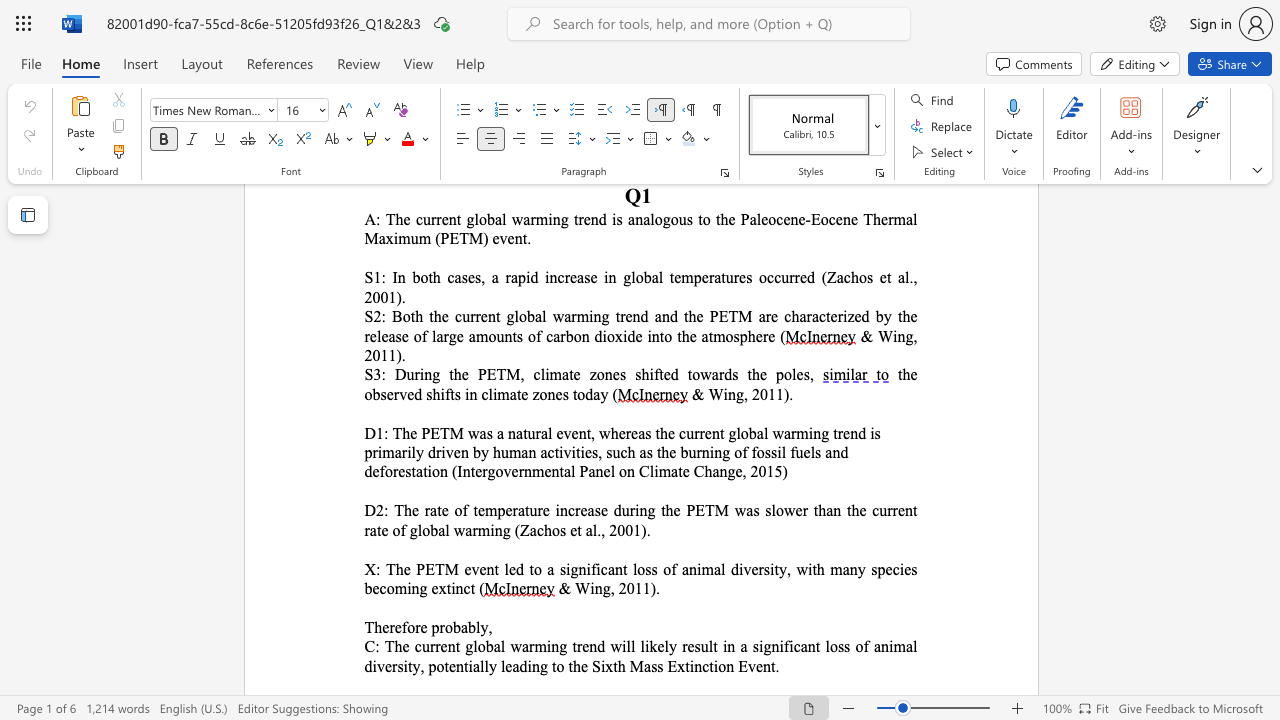  Describe the element at coordinates (429, 529) in the screenshot. I see `the subset text "bal w" within the text "ncrease during the PETM was slower than the current rate of global warming (Zachos et al., 2001)."` at that location.